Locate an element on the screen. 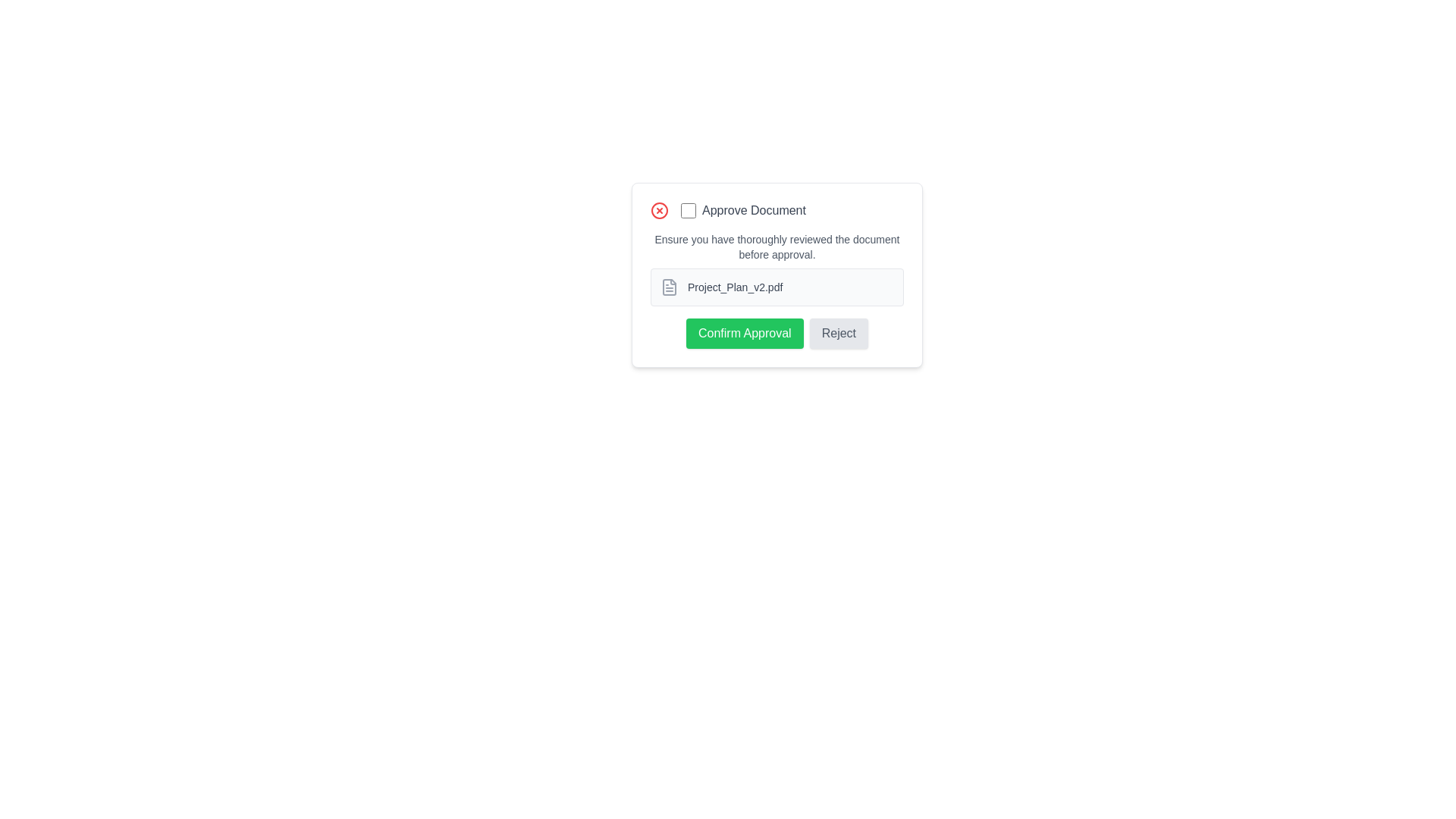 The height and width of the screenshot is (819, 1456). the small gray document icon located to the left of the text label 'Project_Plan_v2.pdf' is located at coordinates (669, 287).